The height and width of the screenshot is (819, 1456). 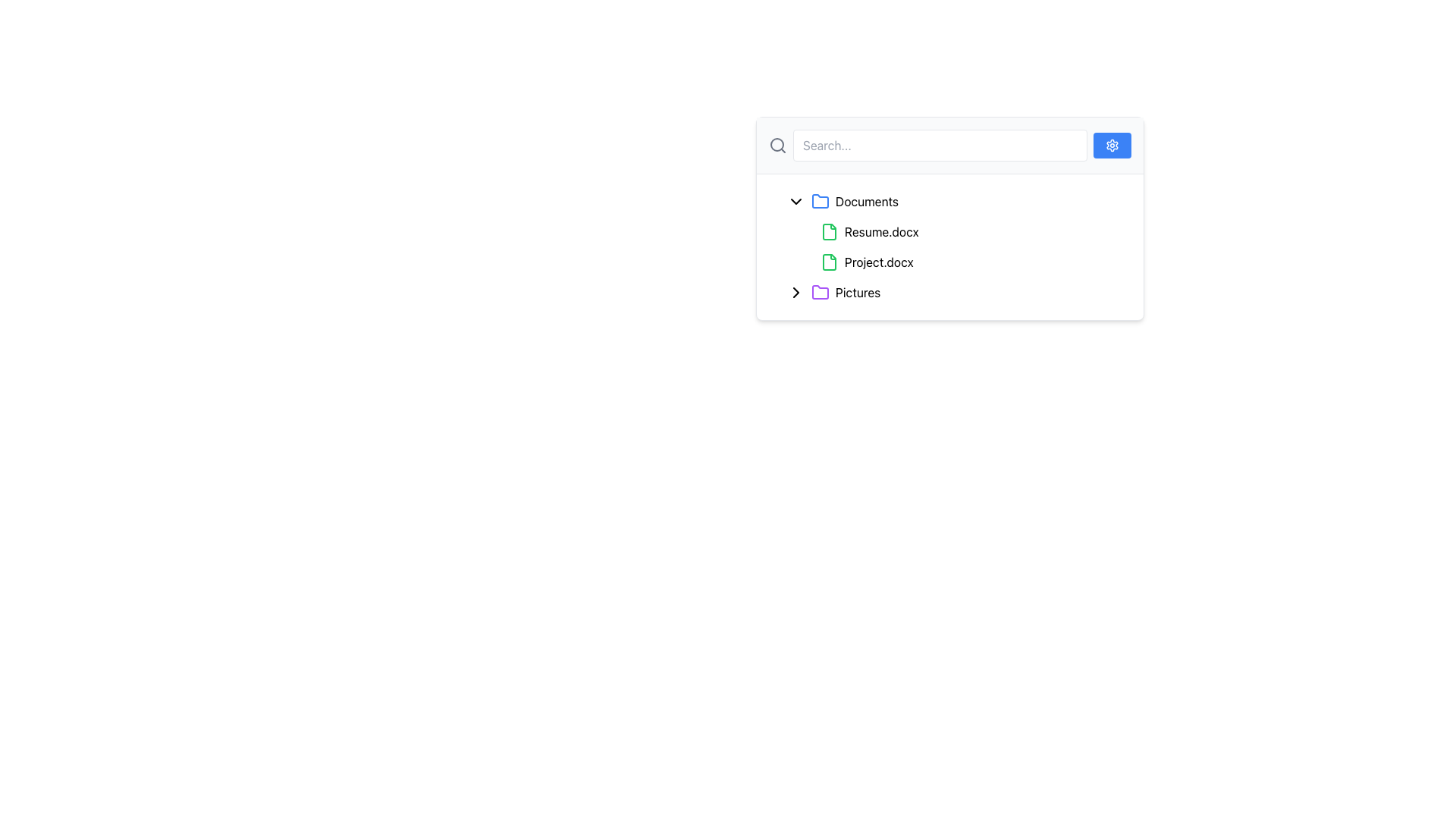 I want to click on the chevron-right arrow icon, so click(x=795, y=292).